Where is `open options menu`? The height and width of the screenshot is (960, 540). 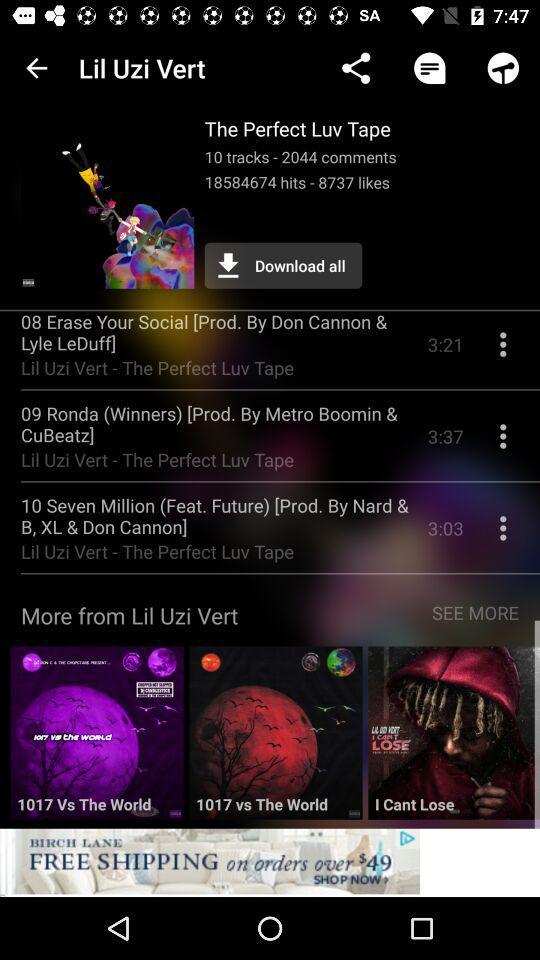
open options menu is located at coordinates (502, 352).